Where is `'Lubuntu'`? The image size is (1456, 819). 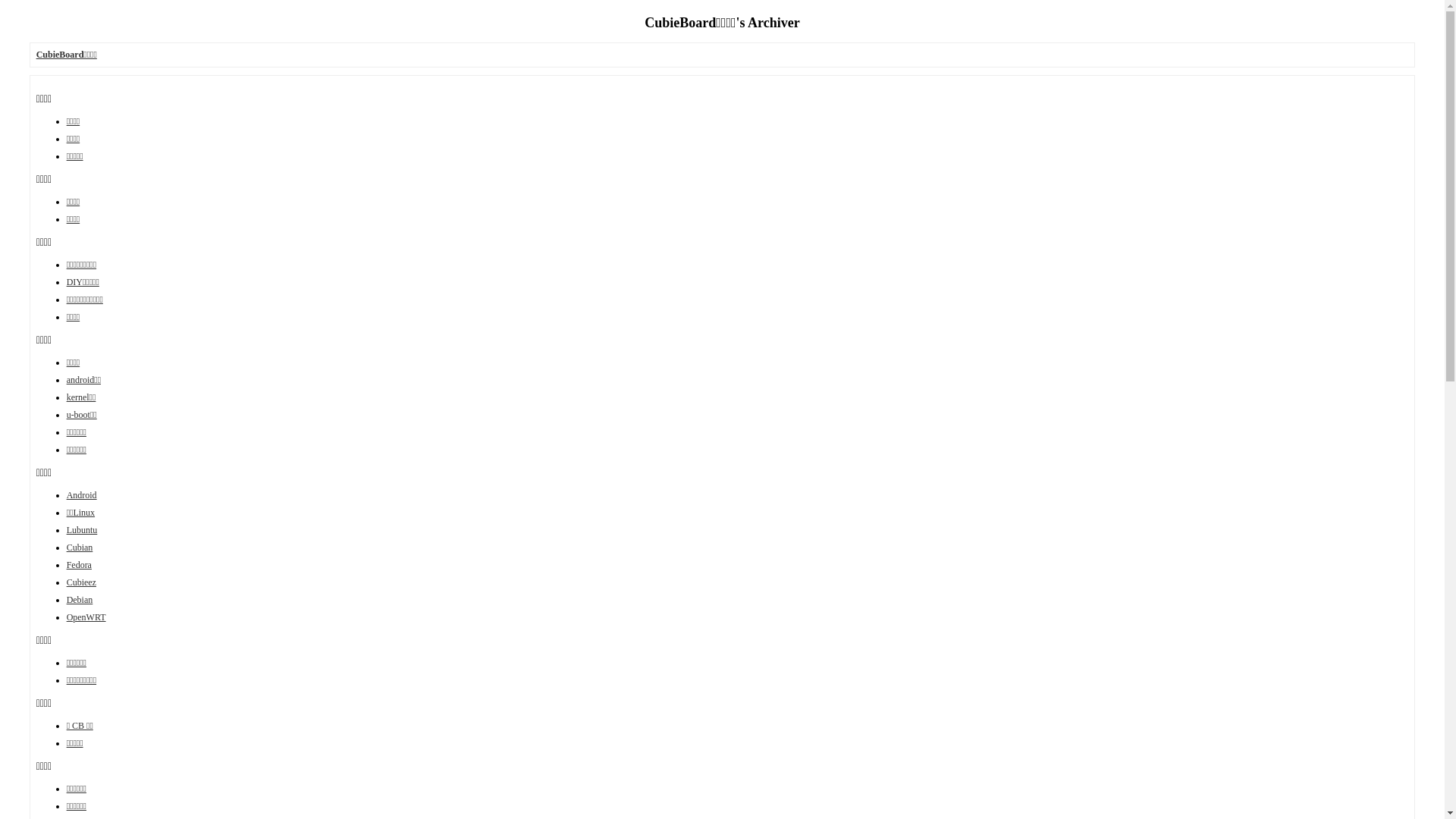
'Lubuntu' is located at coordinates (81, 529).